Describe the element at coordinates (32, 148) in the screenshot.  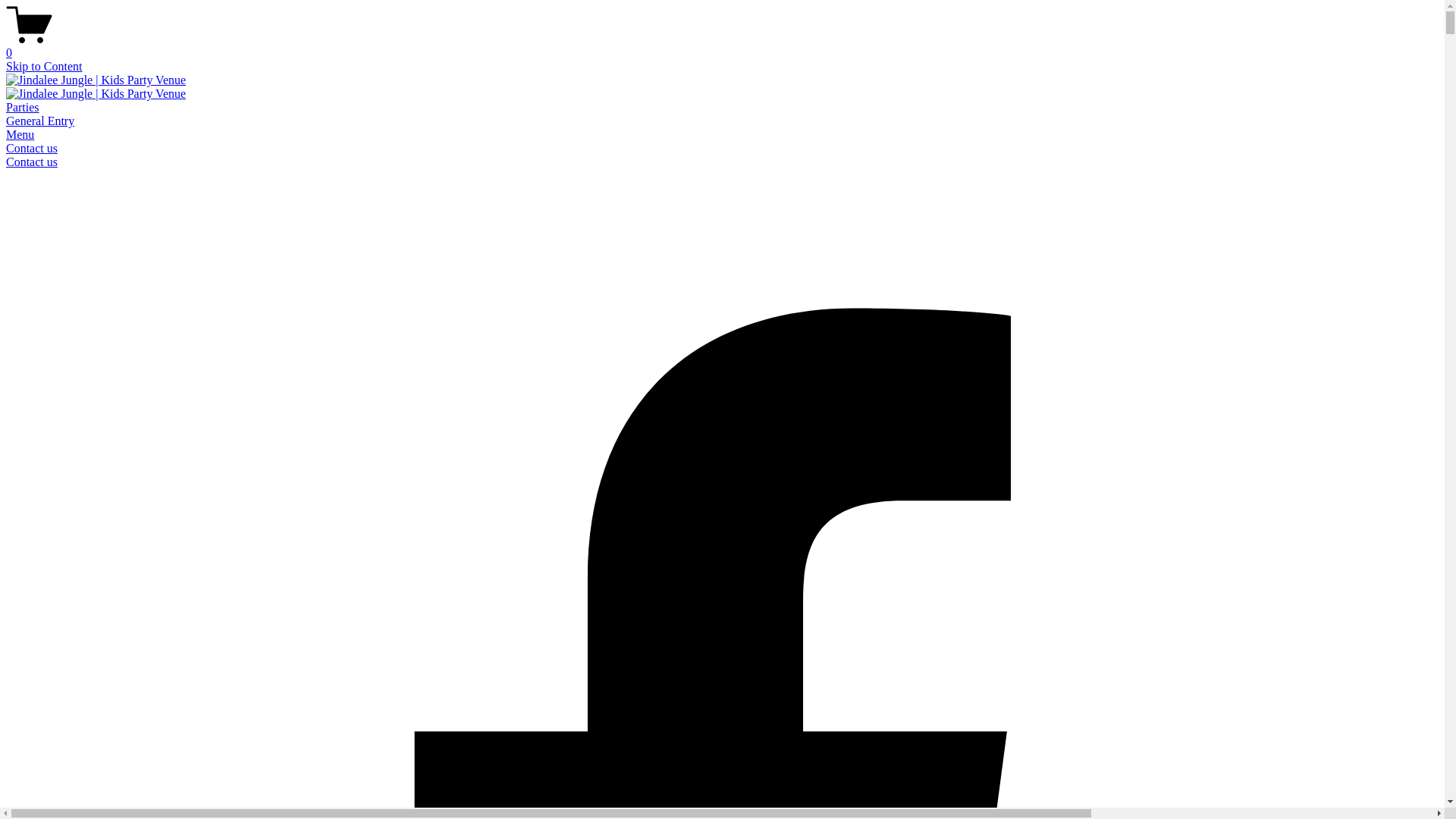
I see `'Contact us'` at that location.